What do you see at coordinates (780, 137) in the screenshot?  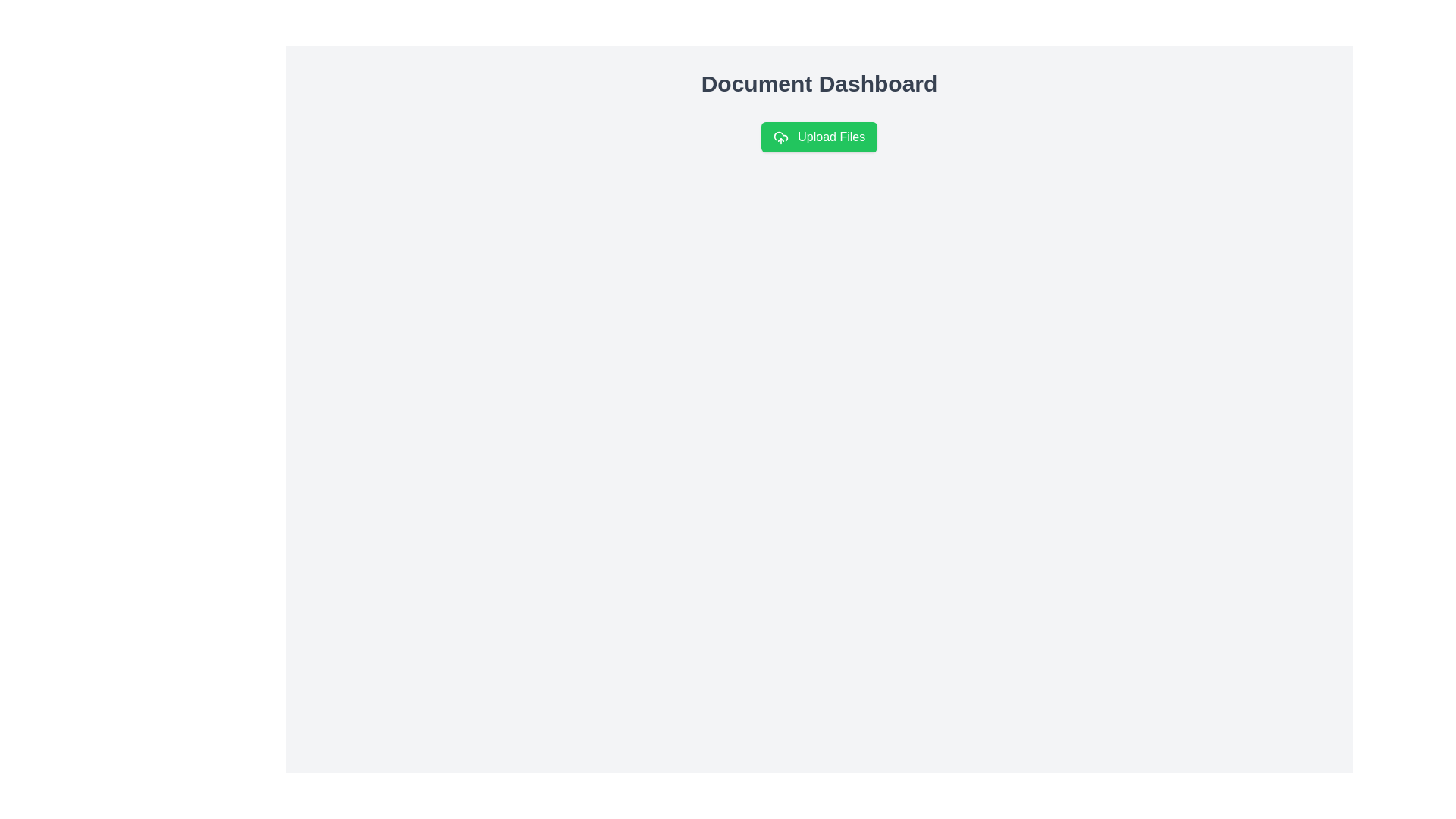 I see `the upload files icon within the green button labeled 'Upload Files', located directly below the title 'Document Dashboard'` at bounding box center [780, 137].